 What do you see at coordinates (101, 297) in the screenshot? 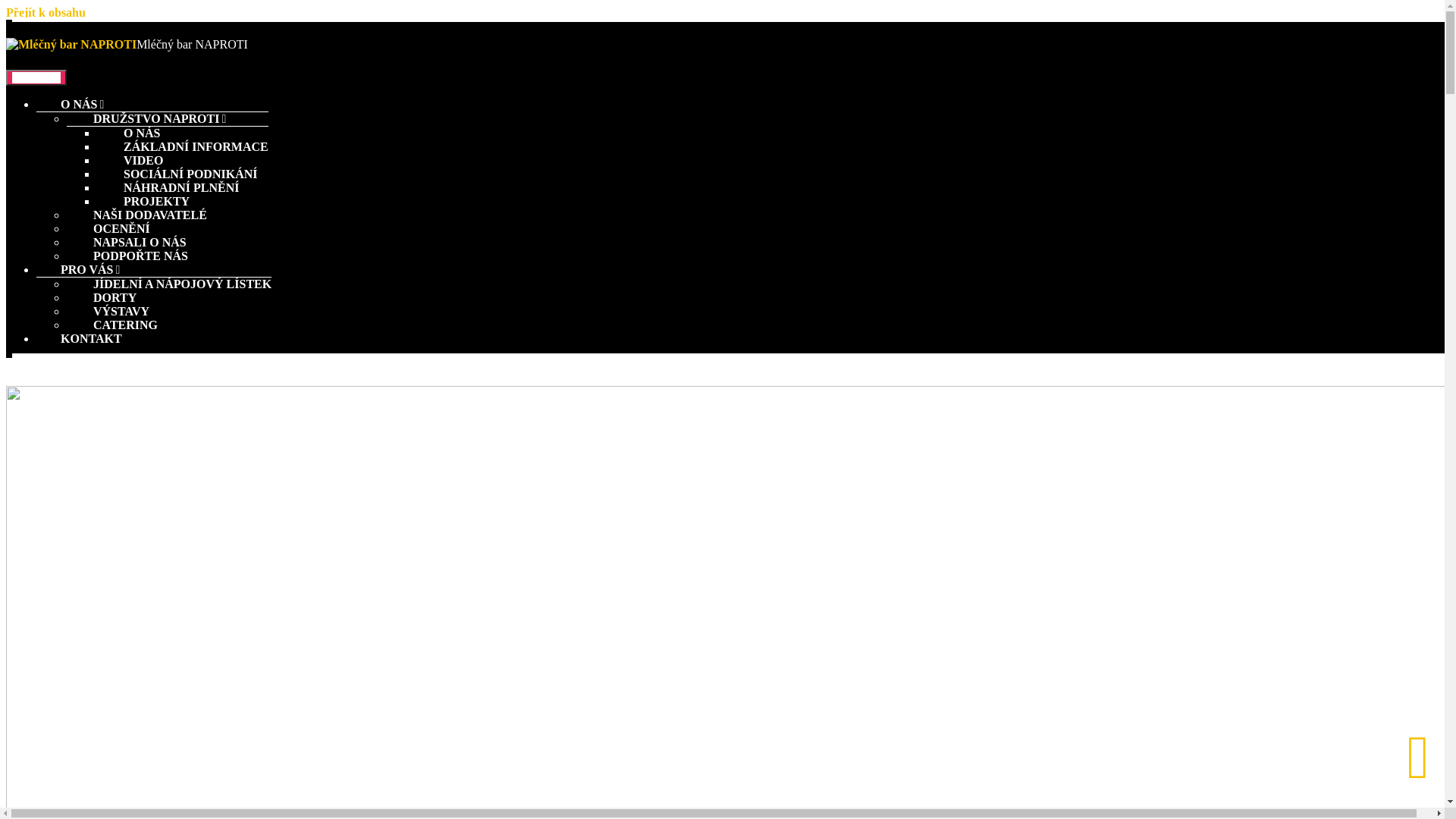
I see `'DORTY'` at bounding box center [101, 297].